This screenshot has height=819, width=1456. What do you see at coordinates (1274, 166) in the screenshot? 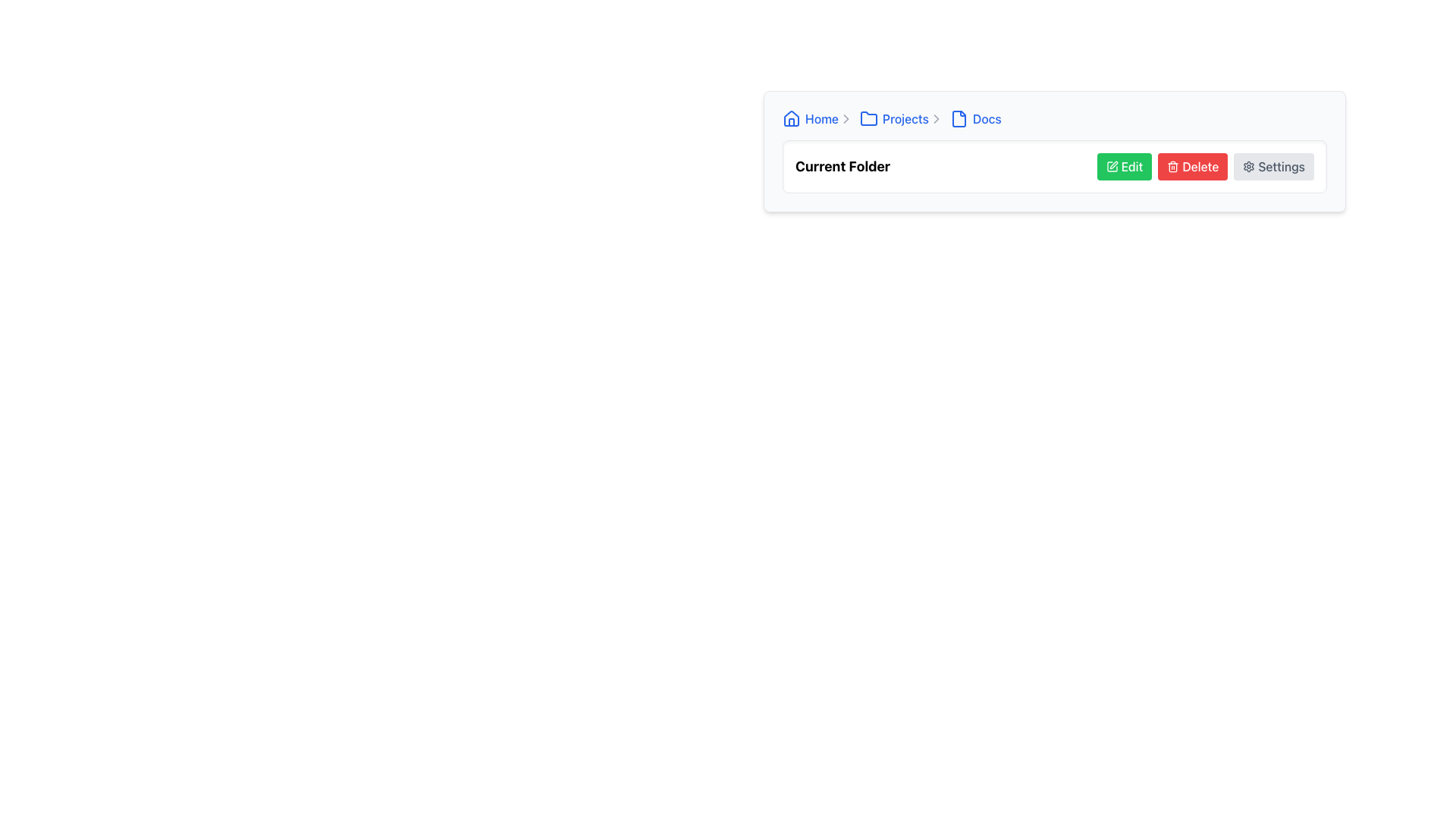
I see `the settings button, which is the third button in a horizontal group of action buttons adjacent to the 'Delete' button, to change its appearance` at bounding box center [1274, 166].